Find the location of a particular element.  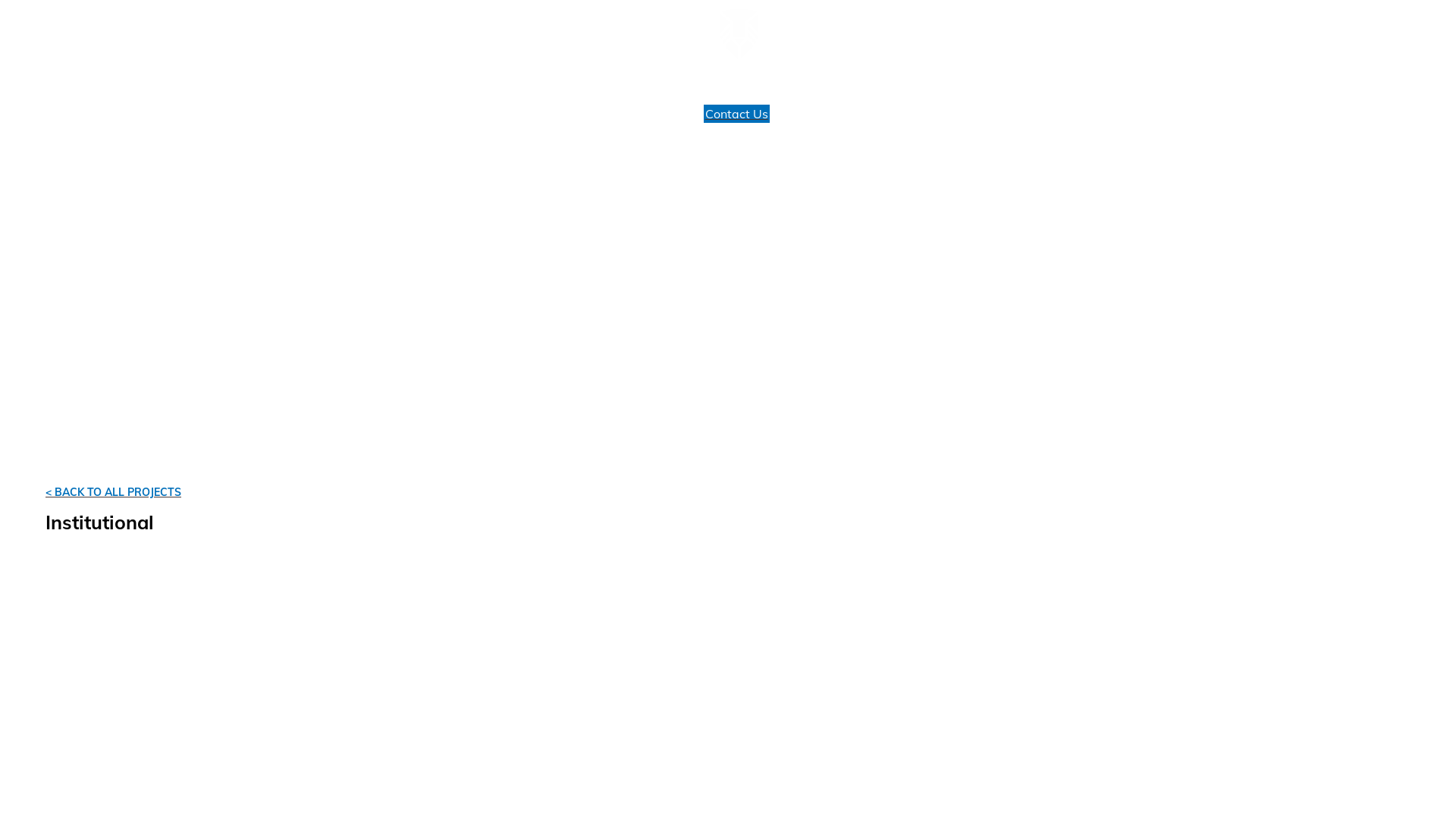

'Projects' is located at coordinates (134, 88).